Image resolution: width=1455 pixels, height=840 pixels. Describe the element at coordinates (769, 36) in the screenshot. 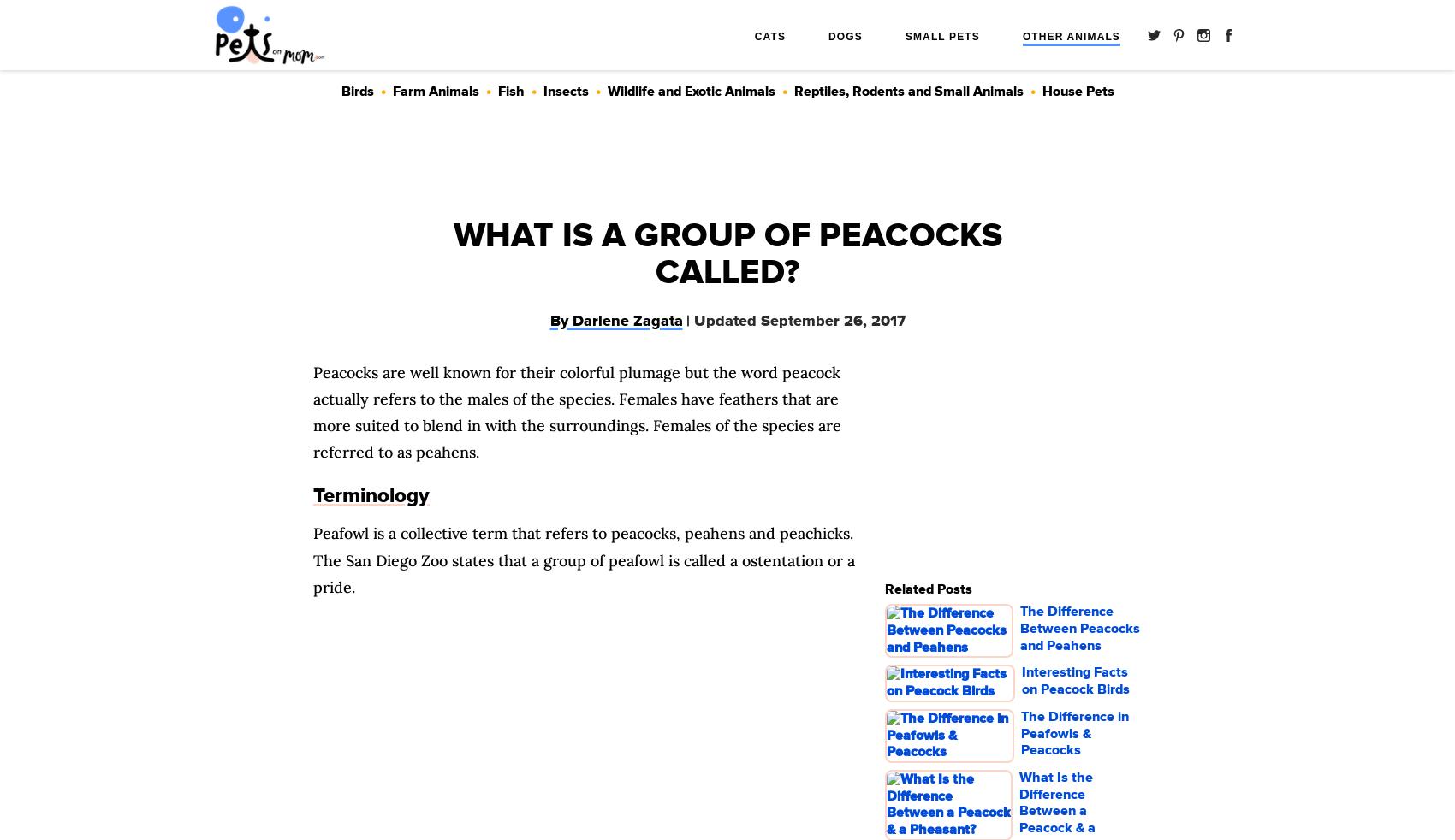

I see `'Cats'` at that location.